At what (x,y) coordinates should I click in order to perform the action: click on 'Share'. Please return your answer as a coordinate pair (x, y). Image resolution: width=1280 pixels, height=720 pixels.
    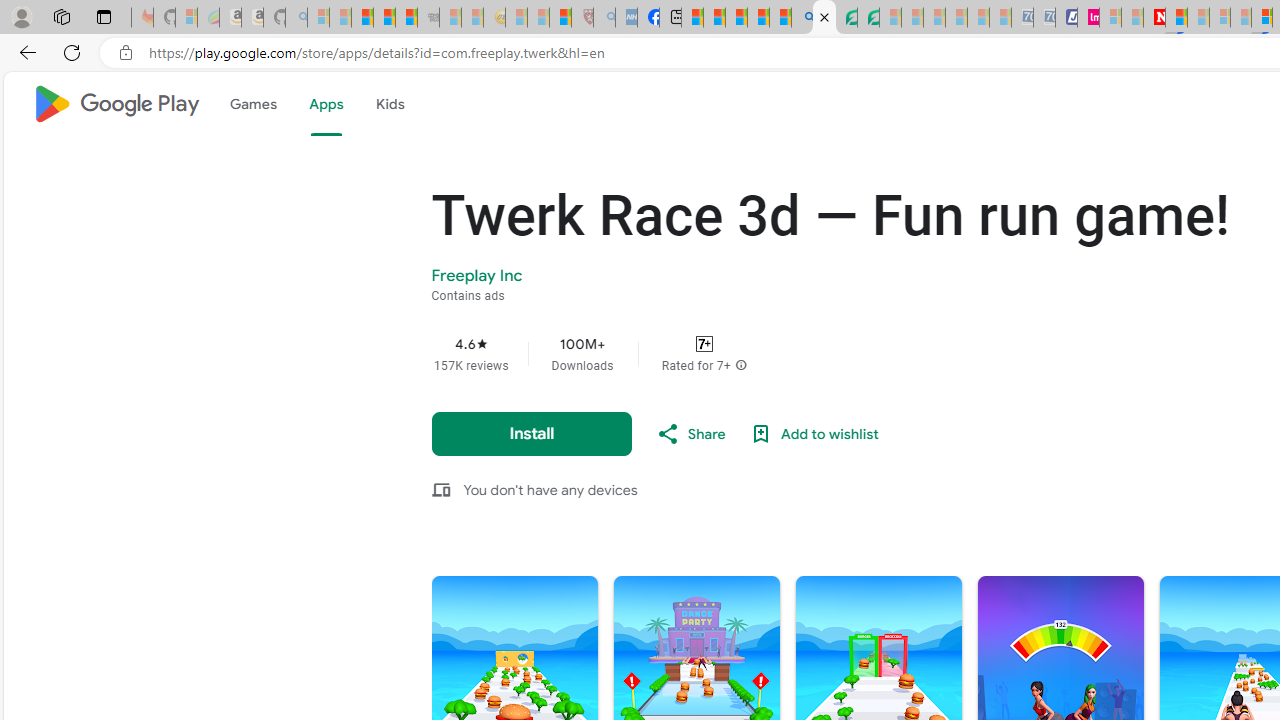
    Looking at the image, I should click on (689, 433).